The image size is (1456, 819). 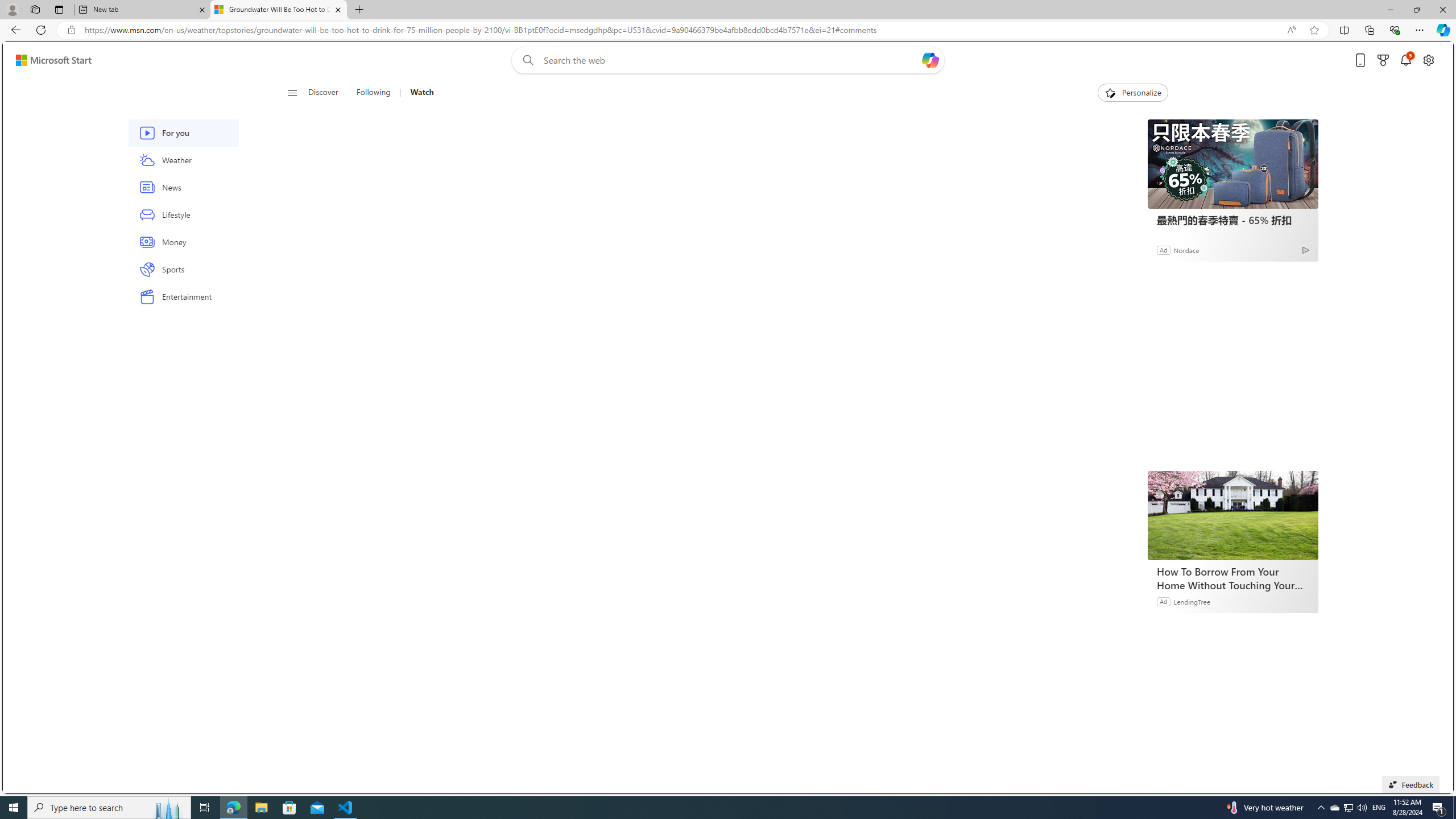 I want to click on 'Open settings', so click(x=1428, y=60).